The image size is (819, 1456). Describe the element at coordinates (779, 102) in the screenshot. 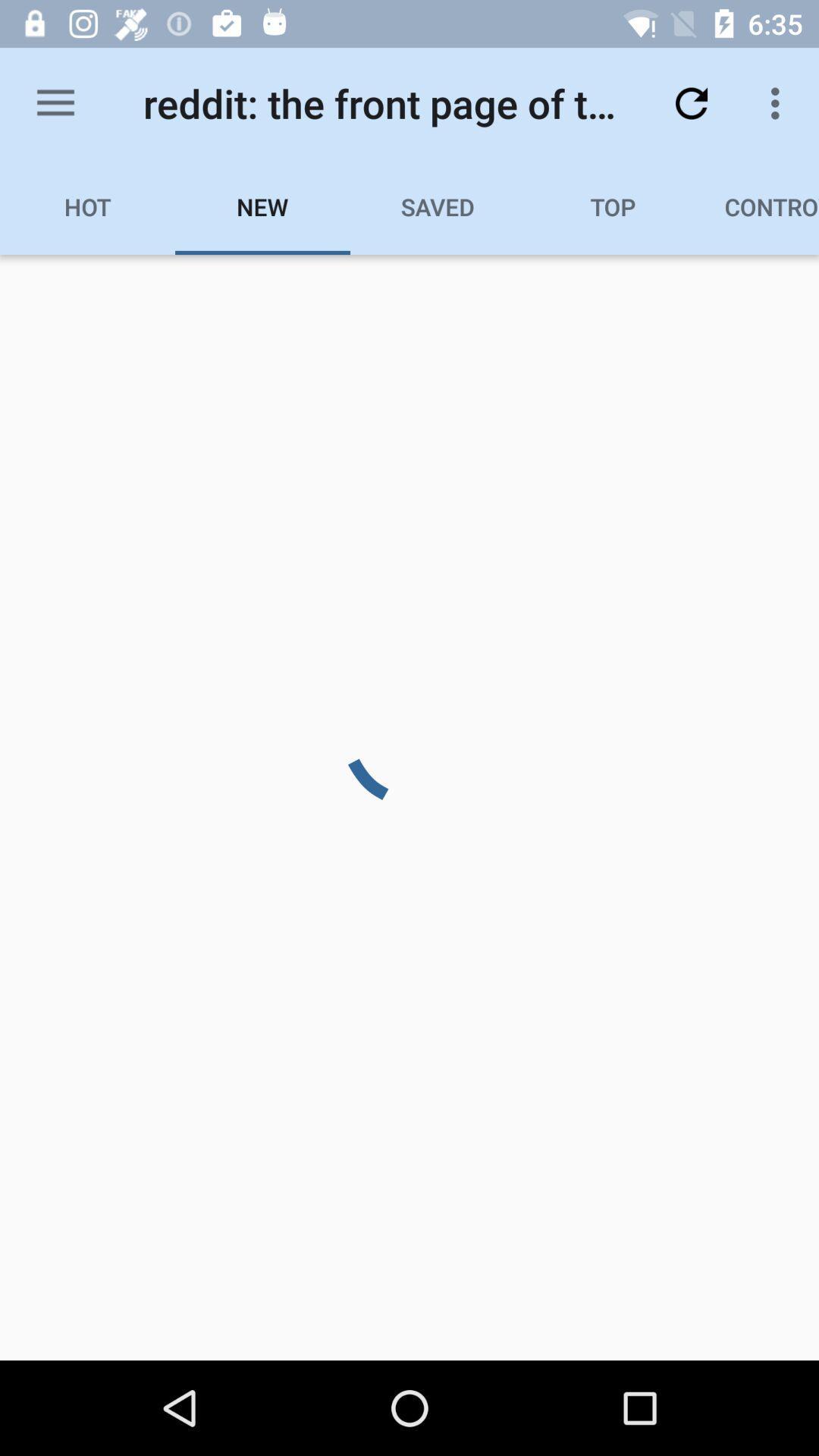

I see `icon above controversial item` at that location.